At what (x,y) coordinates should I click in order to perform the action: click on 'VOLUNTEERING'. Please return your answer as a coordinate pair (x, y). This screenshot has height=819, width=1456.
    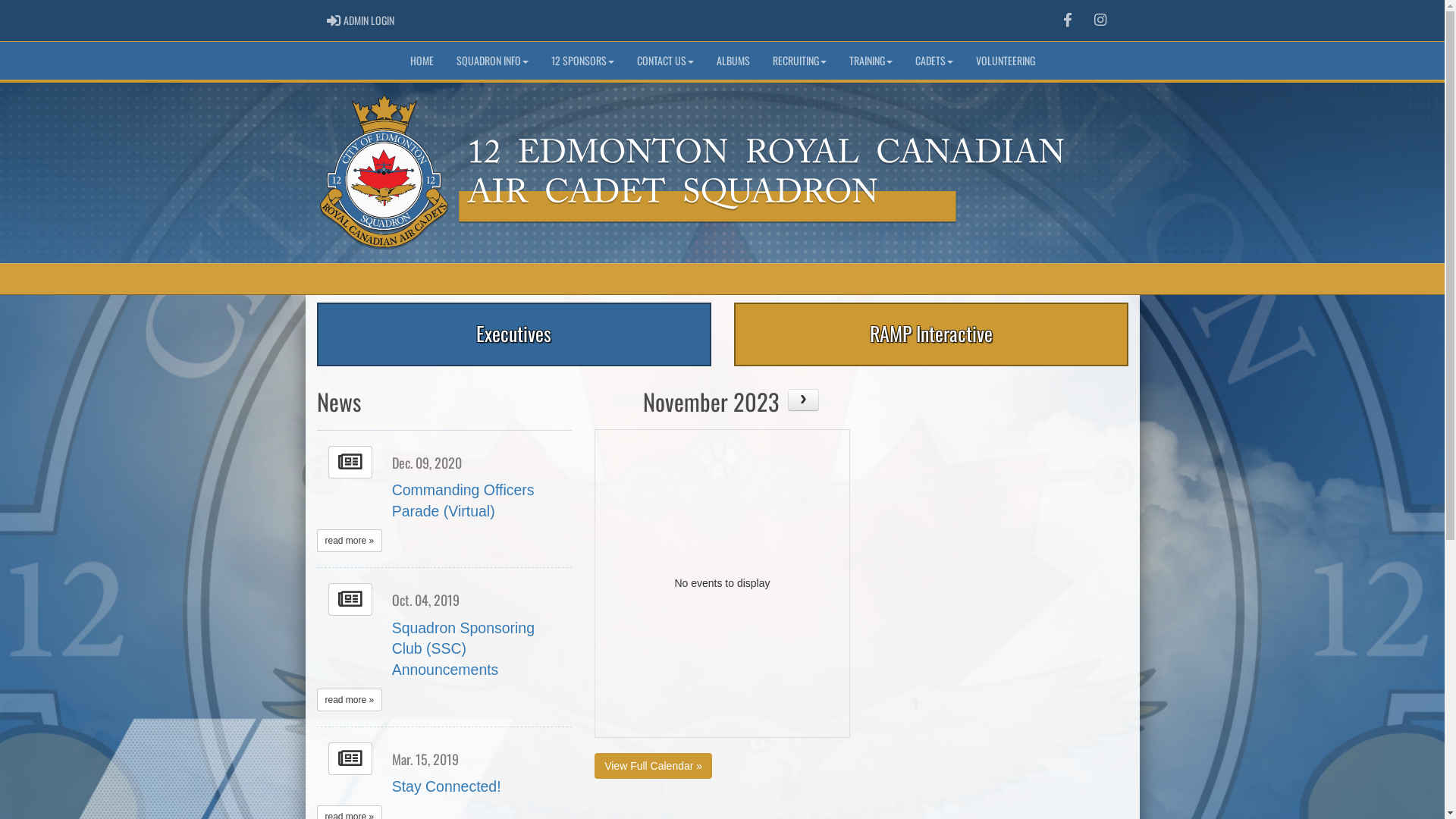
    Looking at the image, I should click on (1005, 60).